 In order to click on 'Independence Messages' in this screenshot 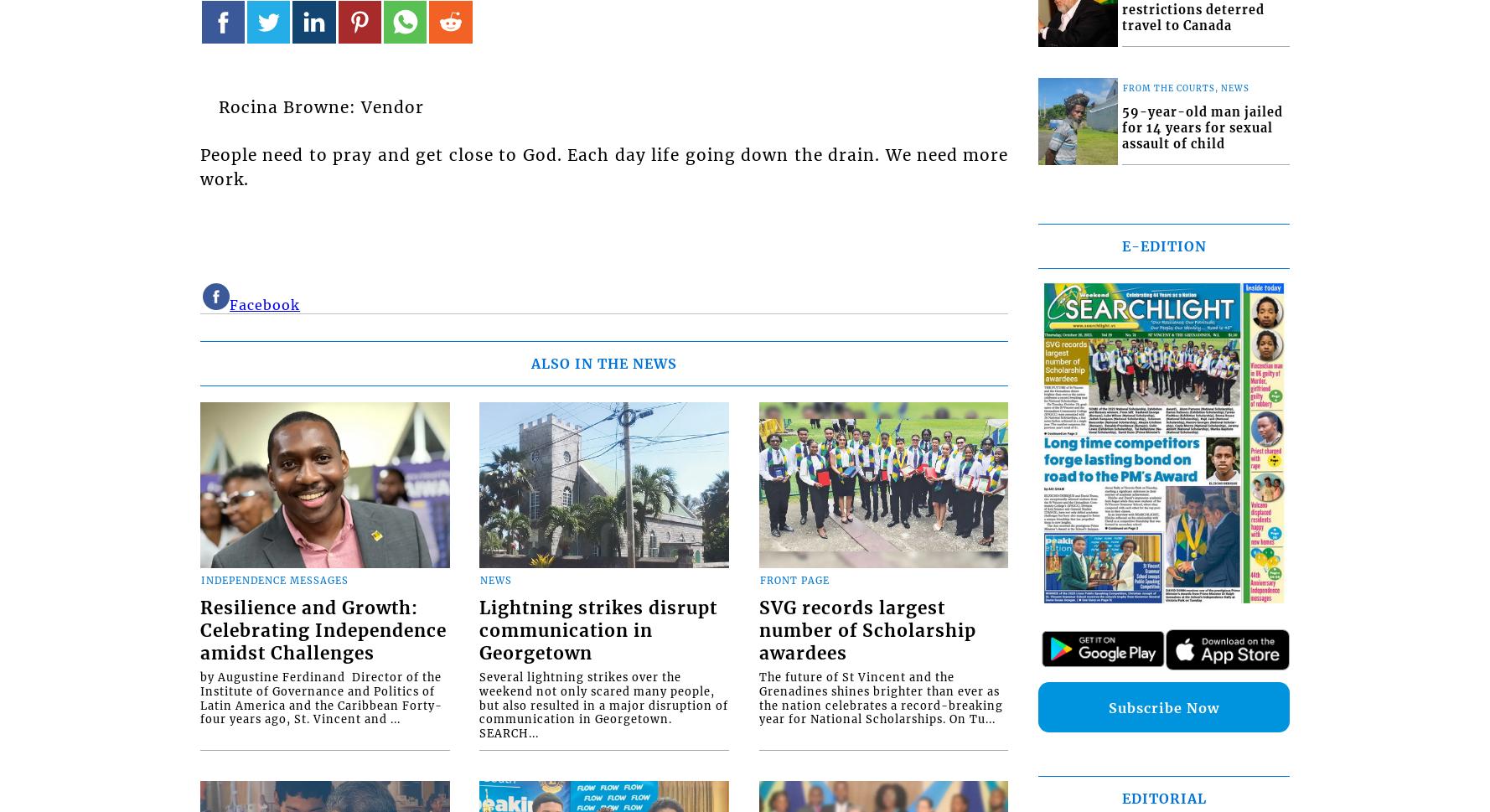, I will do `click(274, 580)`.